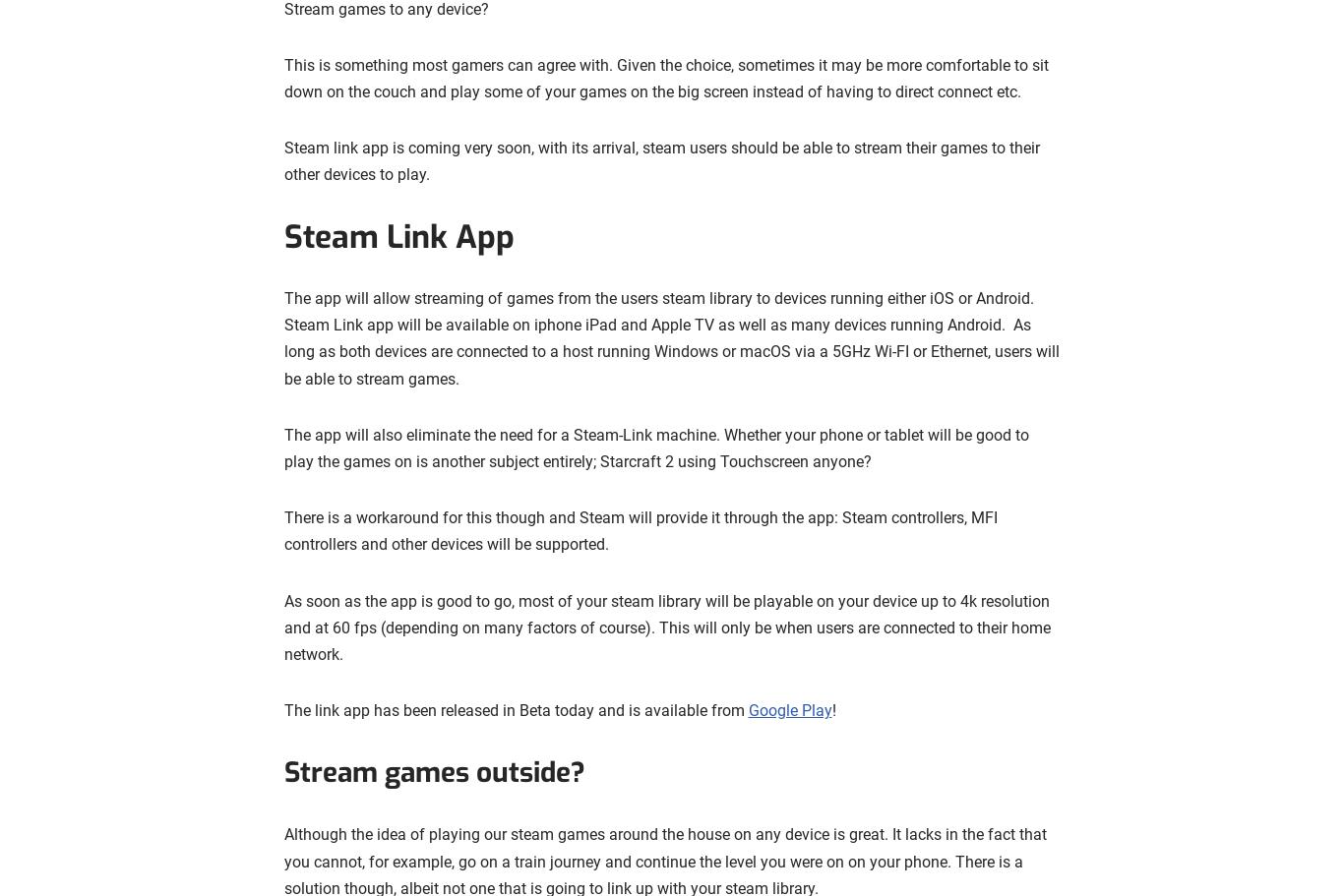 This screenshot has width=1344, height=896. What do you see at coordinates (670, 336) in the screenshot?
I see `'The app will allow streaming of games from the users steam library to devices running either iOS or Android. Steam Link app will be available on iphone iPad and Apple TV as well as many devices running Android.  As long as both devices are connected to a host running Windows or macOS via a 5GHz Wi-FI or Ethernet, users will be able to stream games.'` at bounding box center [670, 336].